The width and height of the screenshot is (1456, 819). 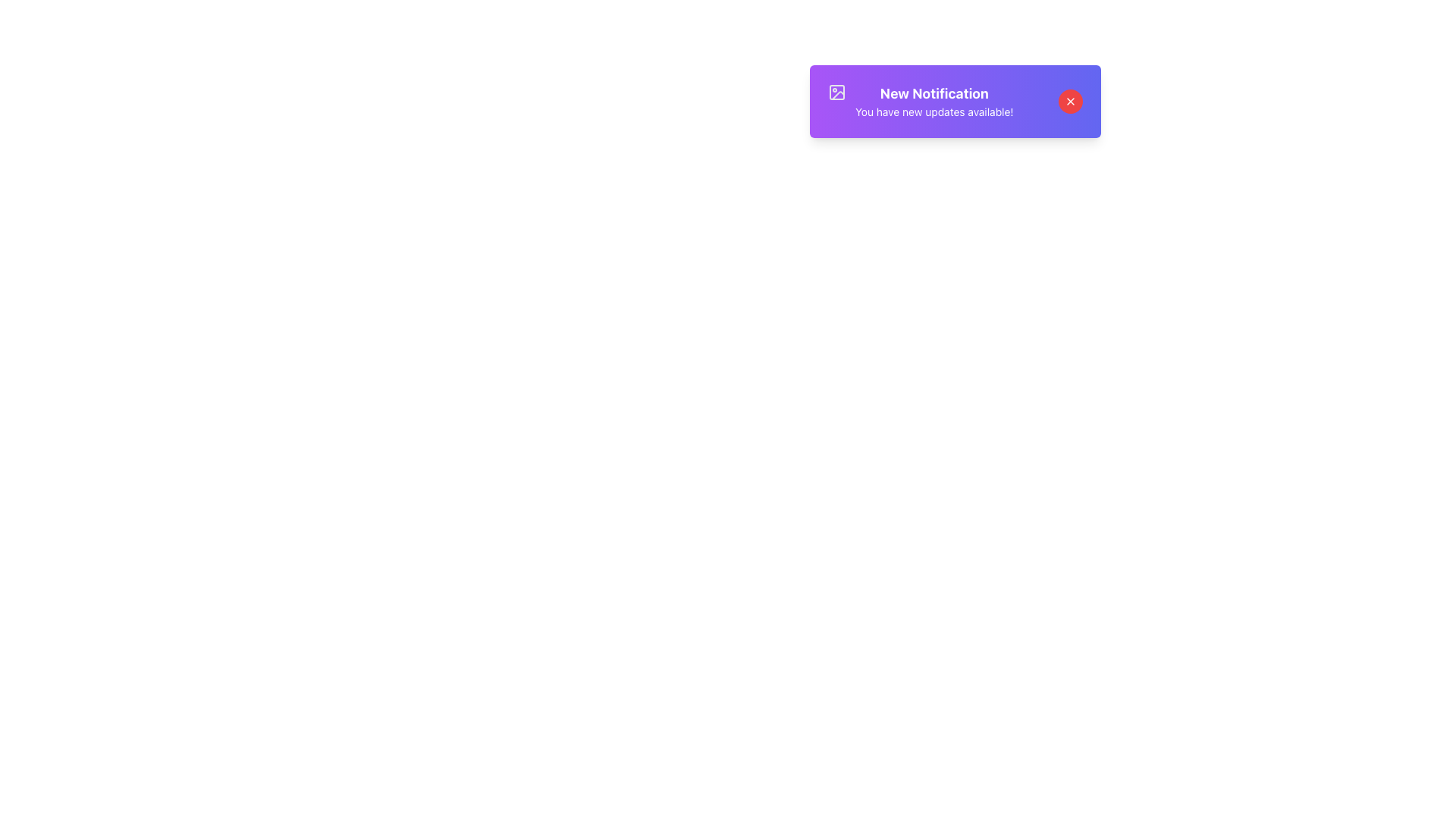 What do you see at coordinates (1069, 102) in the screenshot?
I see `the Close Button, which is a white cross icon on a red circular background located in the upper-right corner of the purple notification card next to 'New Notification'` at bounding box center [1069, 102].